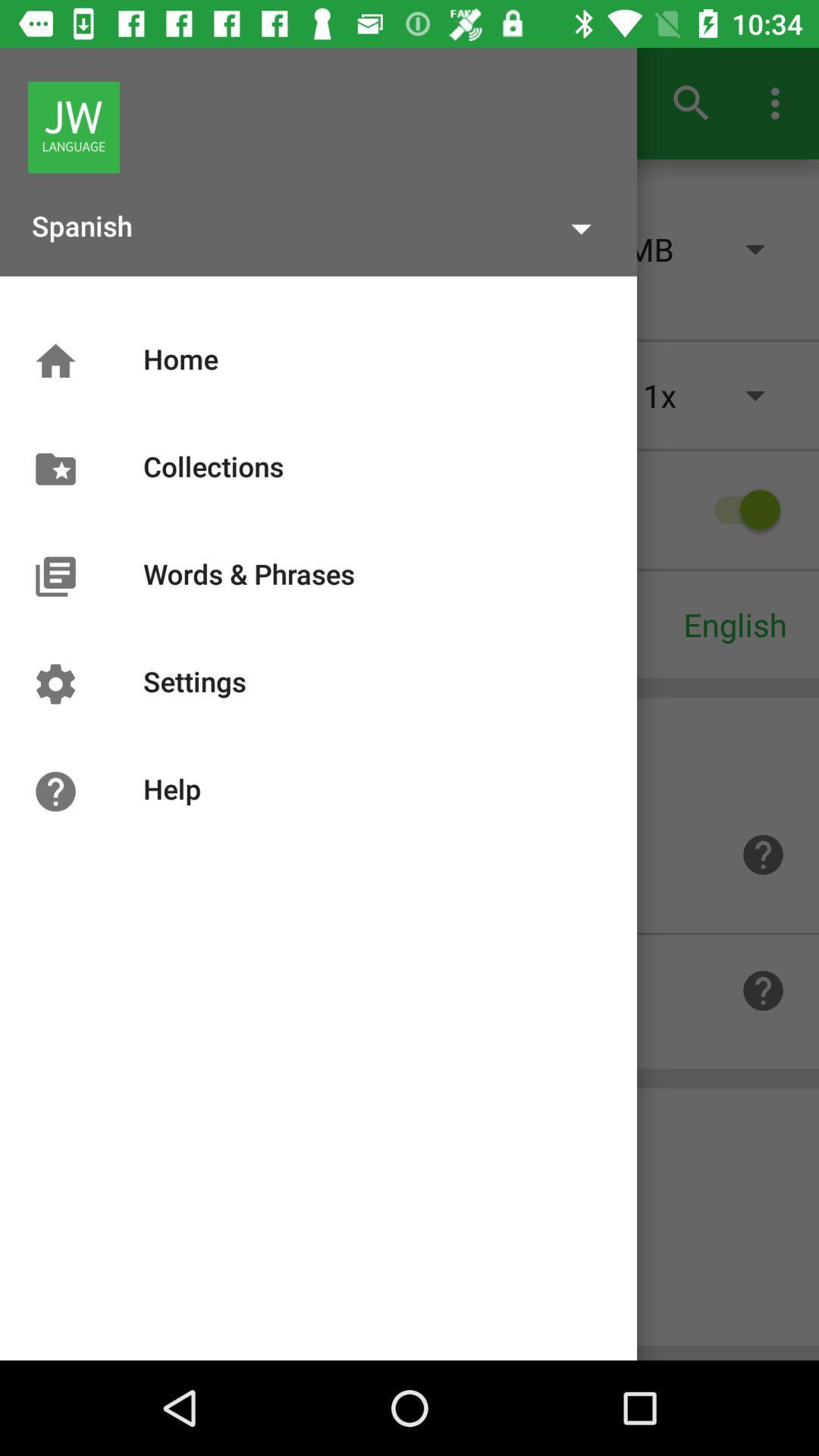 The height and width of the screenshot is (1456, 819). Describe the element at coordinates (763, 990) in the screenshot. I see `the help icon` at that location.